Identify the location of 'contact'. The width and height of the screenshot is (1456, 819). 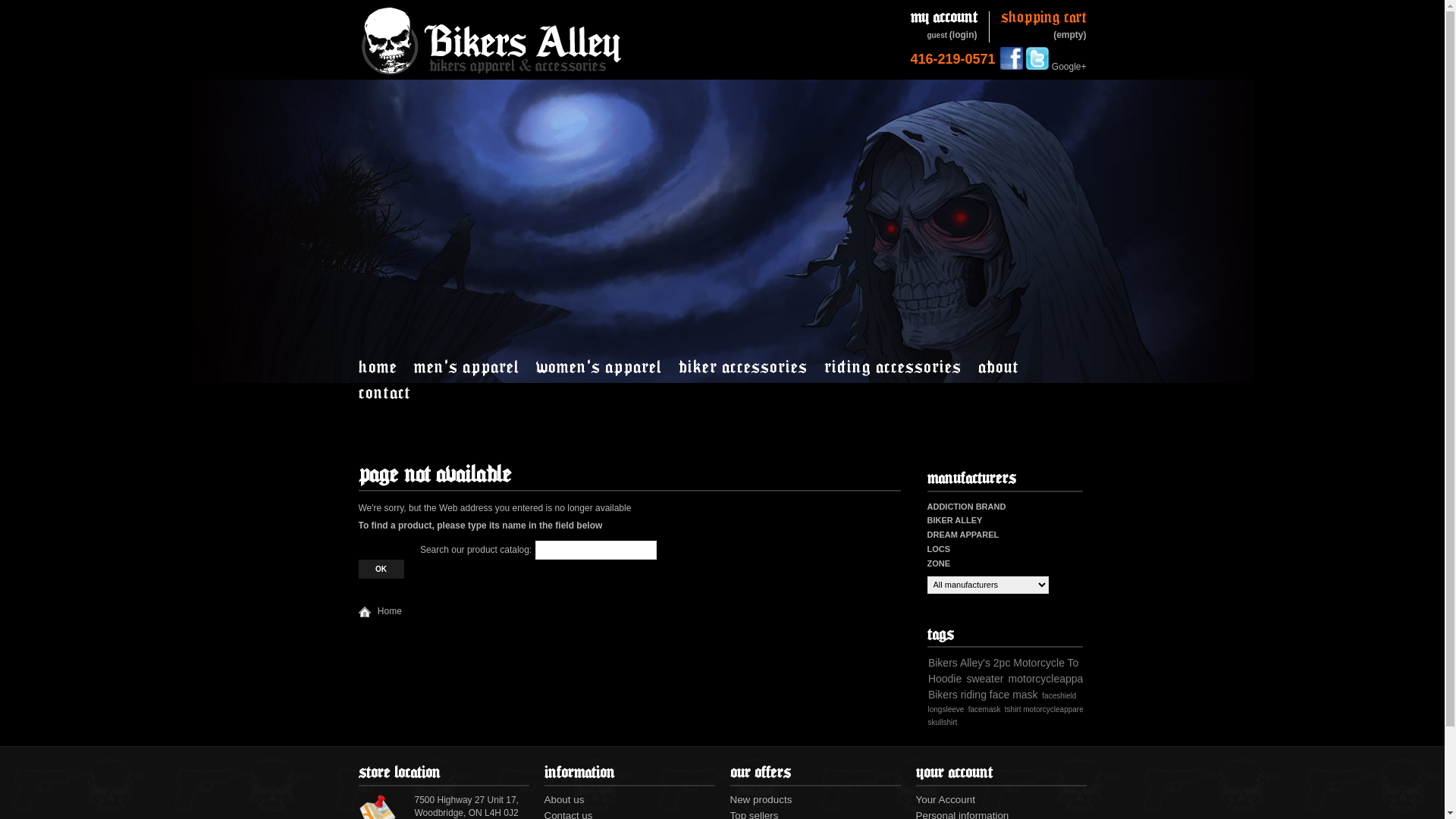
(356, 391).